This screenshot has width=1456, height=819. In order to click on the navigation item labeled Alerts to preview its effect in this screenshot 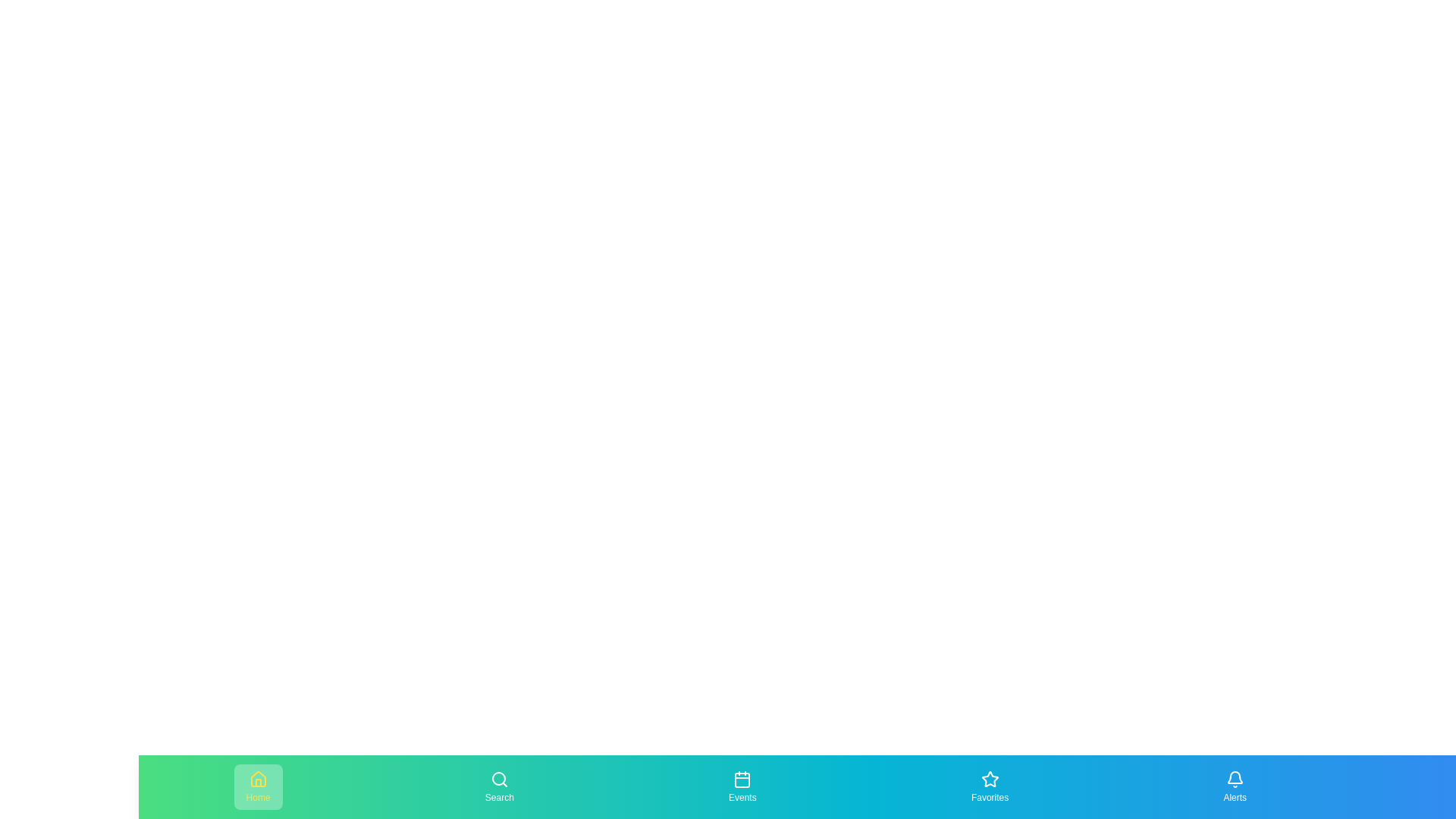, I will do `click(1235, 786)`.